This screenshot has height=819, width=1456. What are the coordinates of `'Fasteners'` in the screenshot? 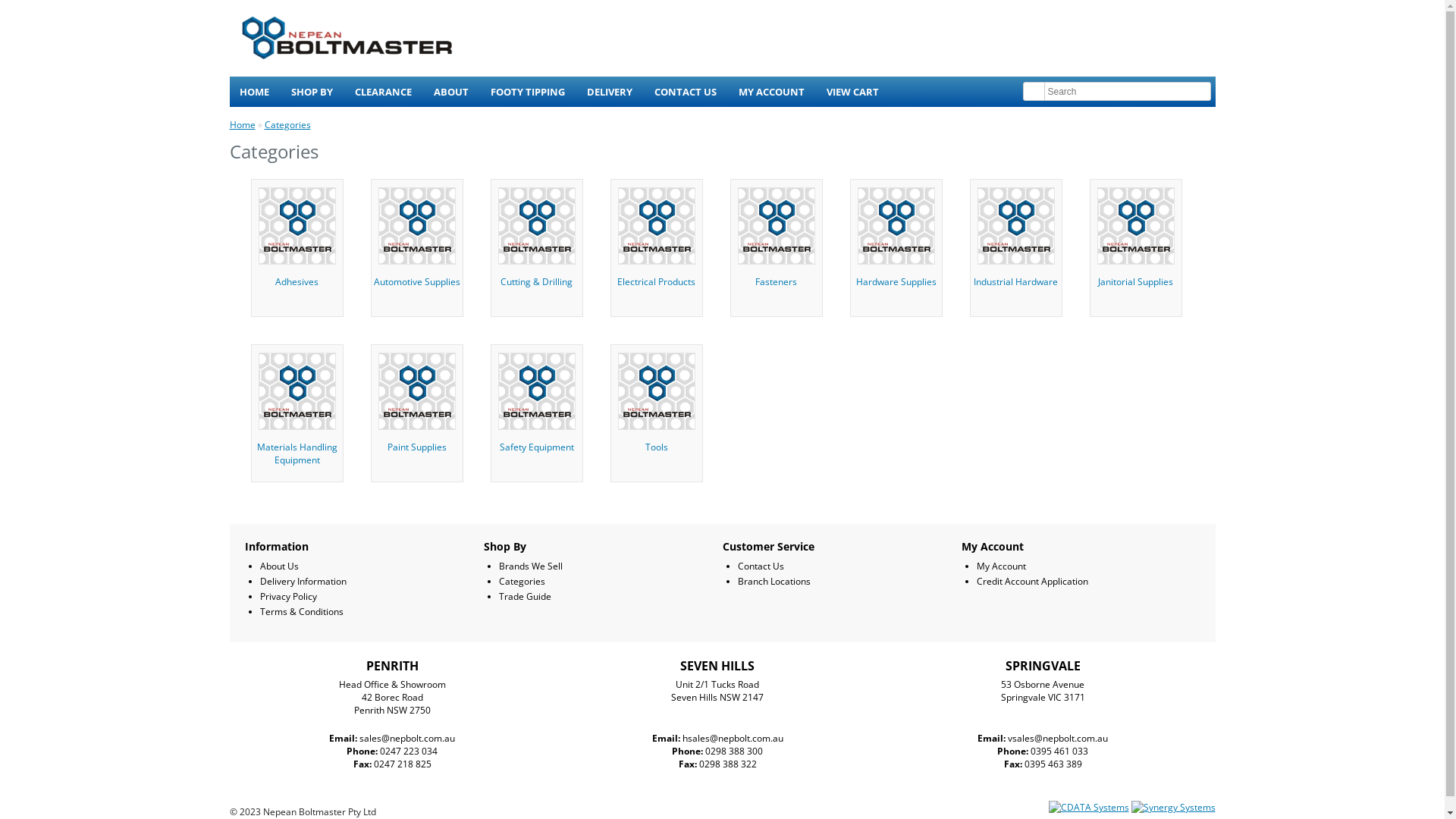 It's located at (776, 242).